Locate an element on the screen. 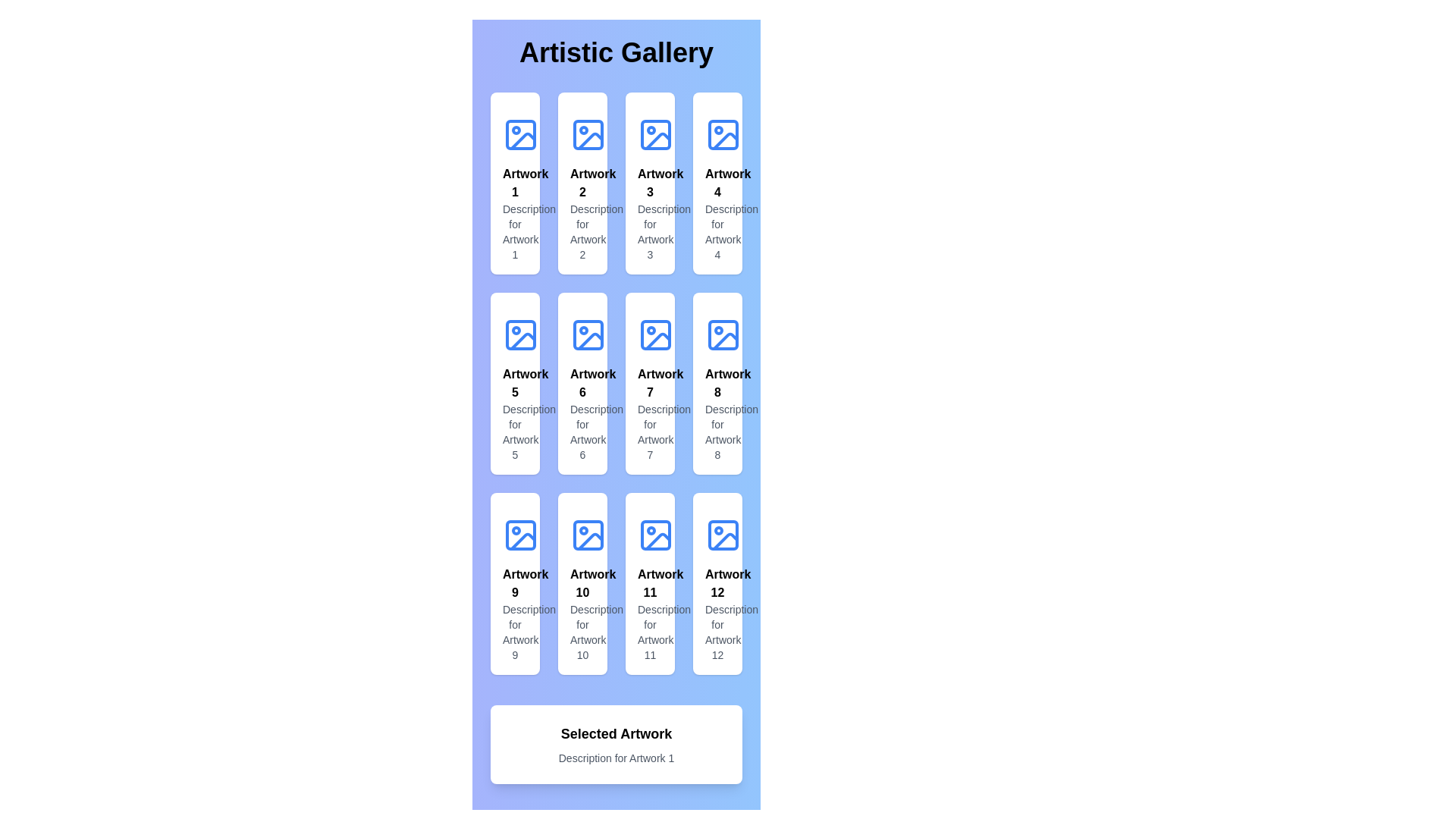 The image size is (1456, 819). the Content card displaying 'Artwork 12' with a blue icon and a white background located in the last column of the grid is located at coordinates (717, 583).